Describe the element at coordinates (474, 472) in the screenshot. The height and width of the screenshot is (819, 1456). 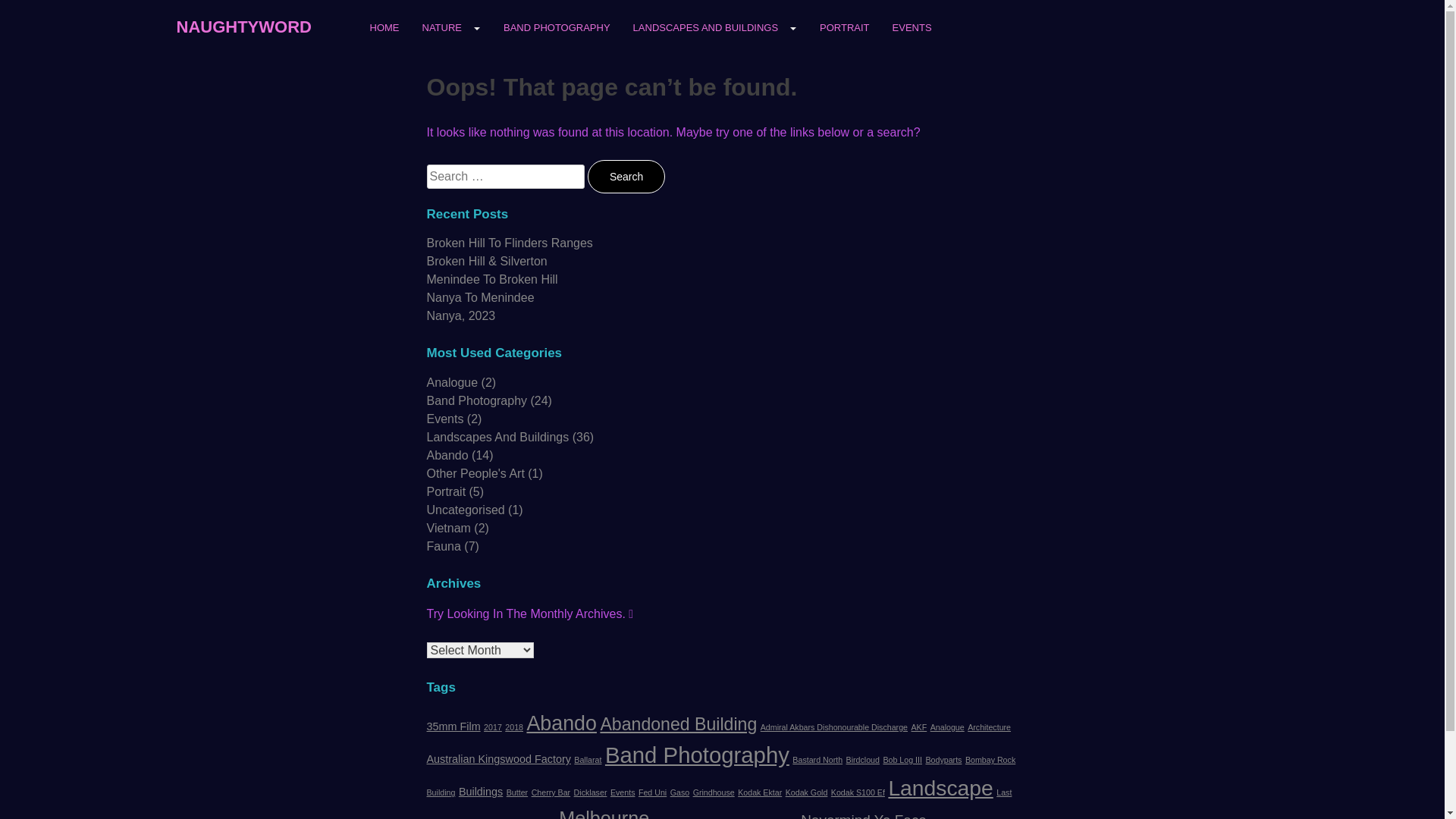
I see `'Other People'S Art'` at that location.